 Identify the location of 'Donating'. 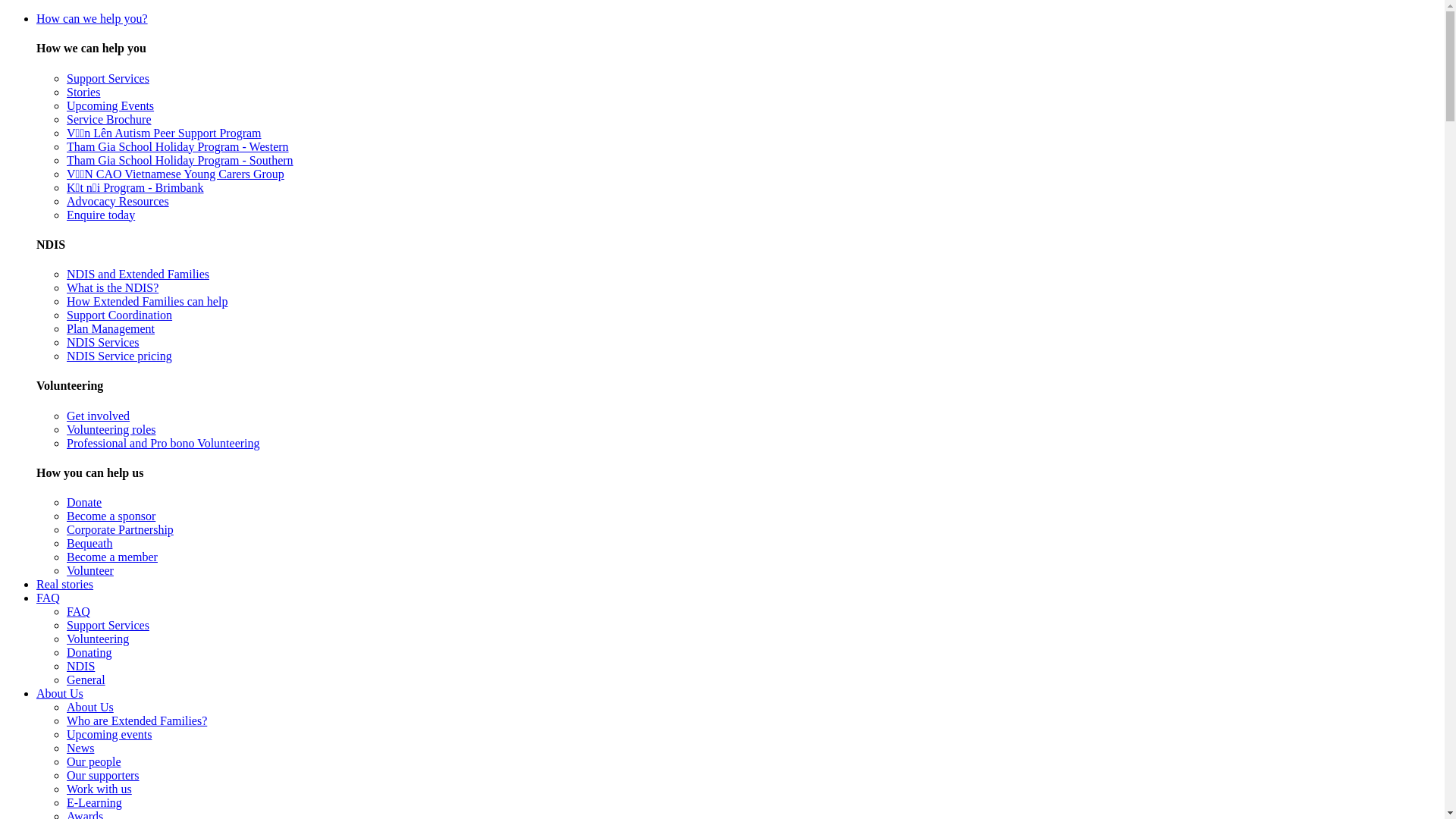
(89, 651).